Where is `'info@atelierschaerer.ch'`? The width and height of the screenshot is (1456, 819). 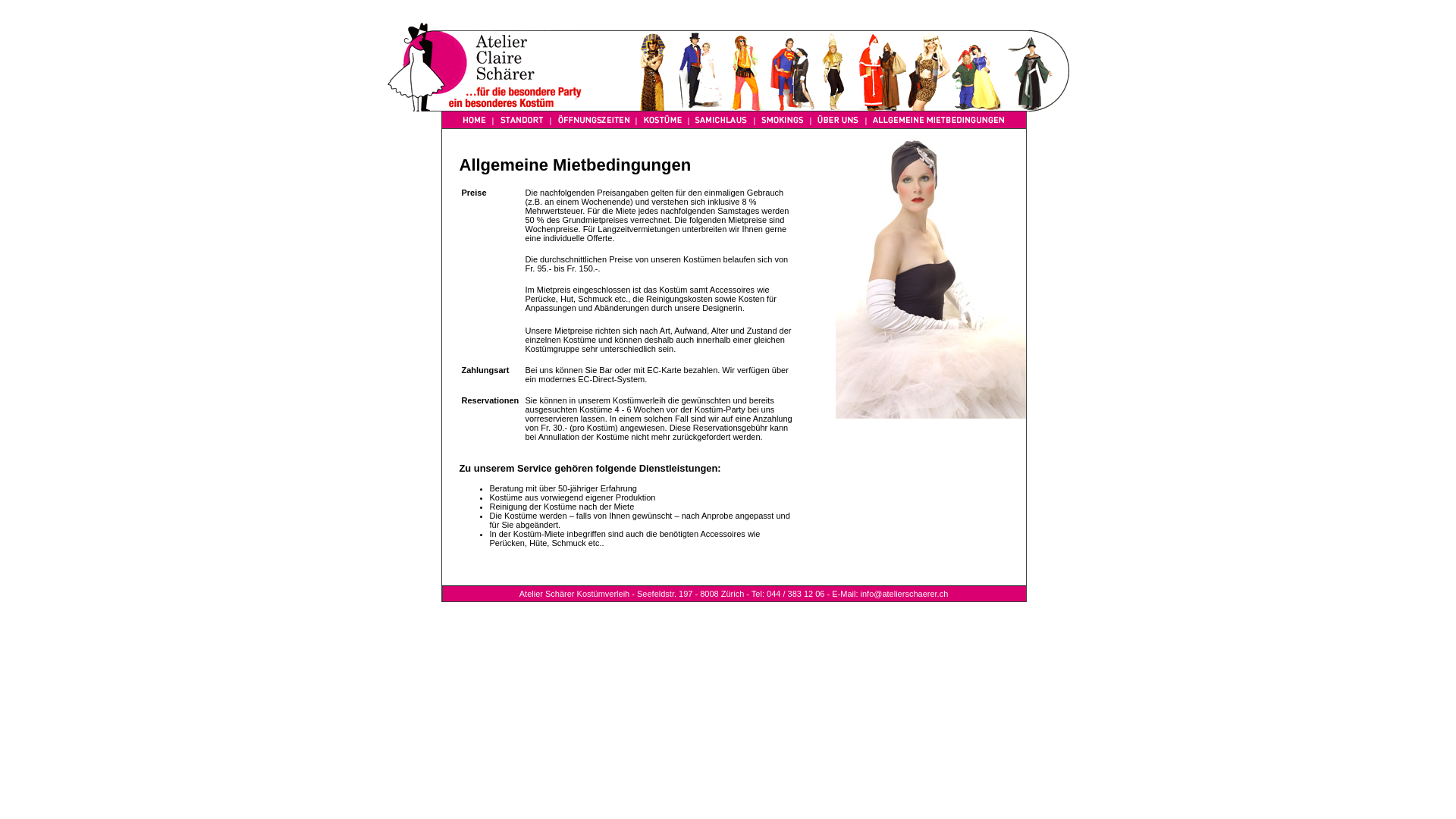
'info@atelierschaerer.ch' is located at coordinates (905, 593).